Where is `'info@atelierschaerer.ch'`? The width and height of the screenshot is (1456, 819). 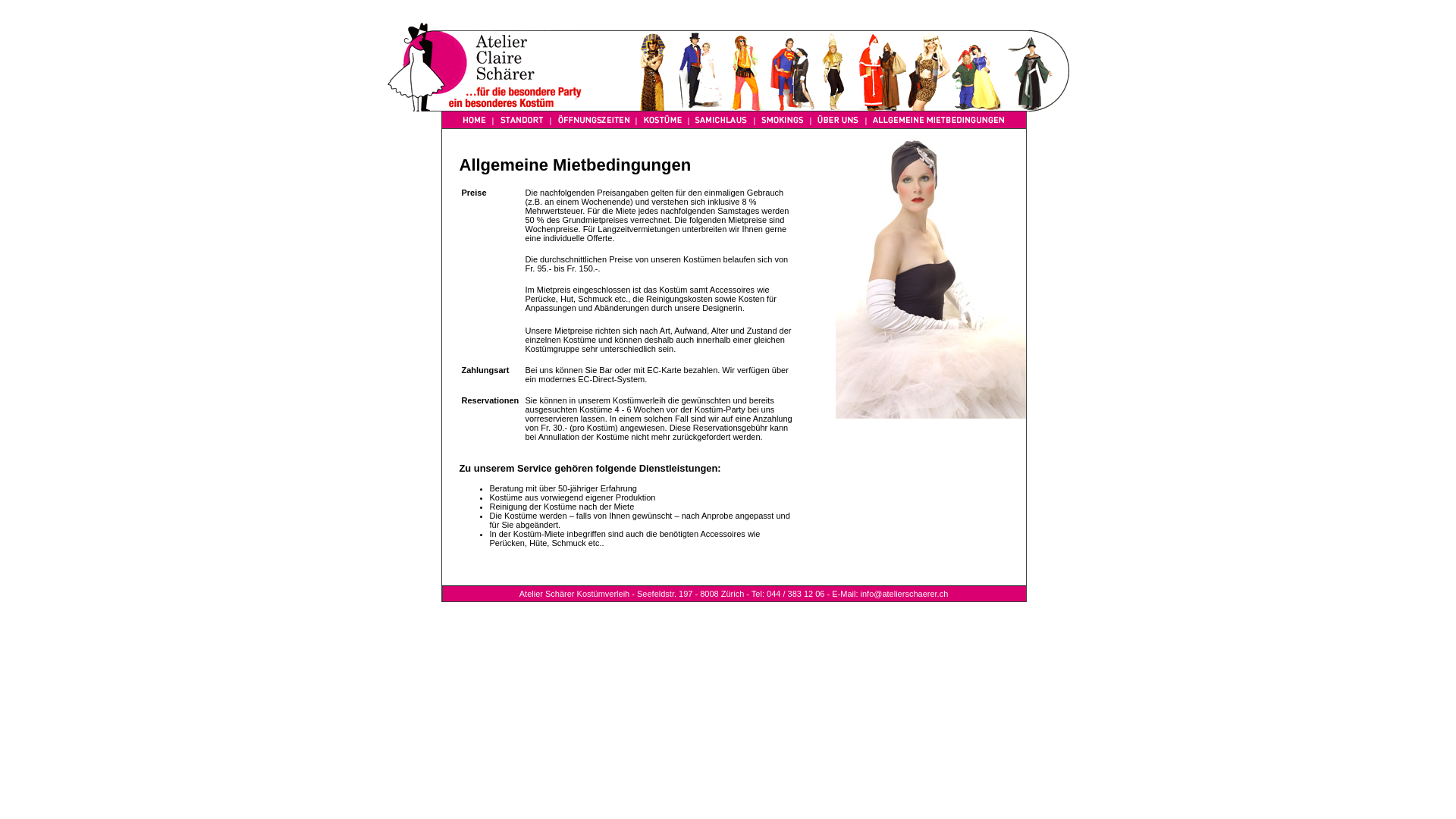
'info@atelierschaerer.ch' is located at coordinates (905, 593).